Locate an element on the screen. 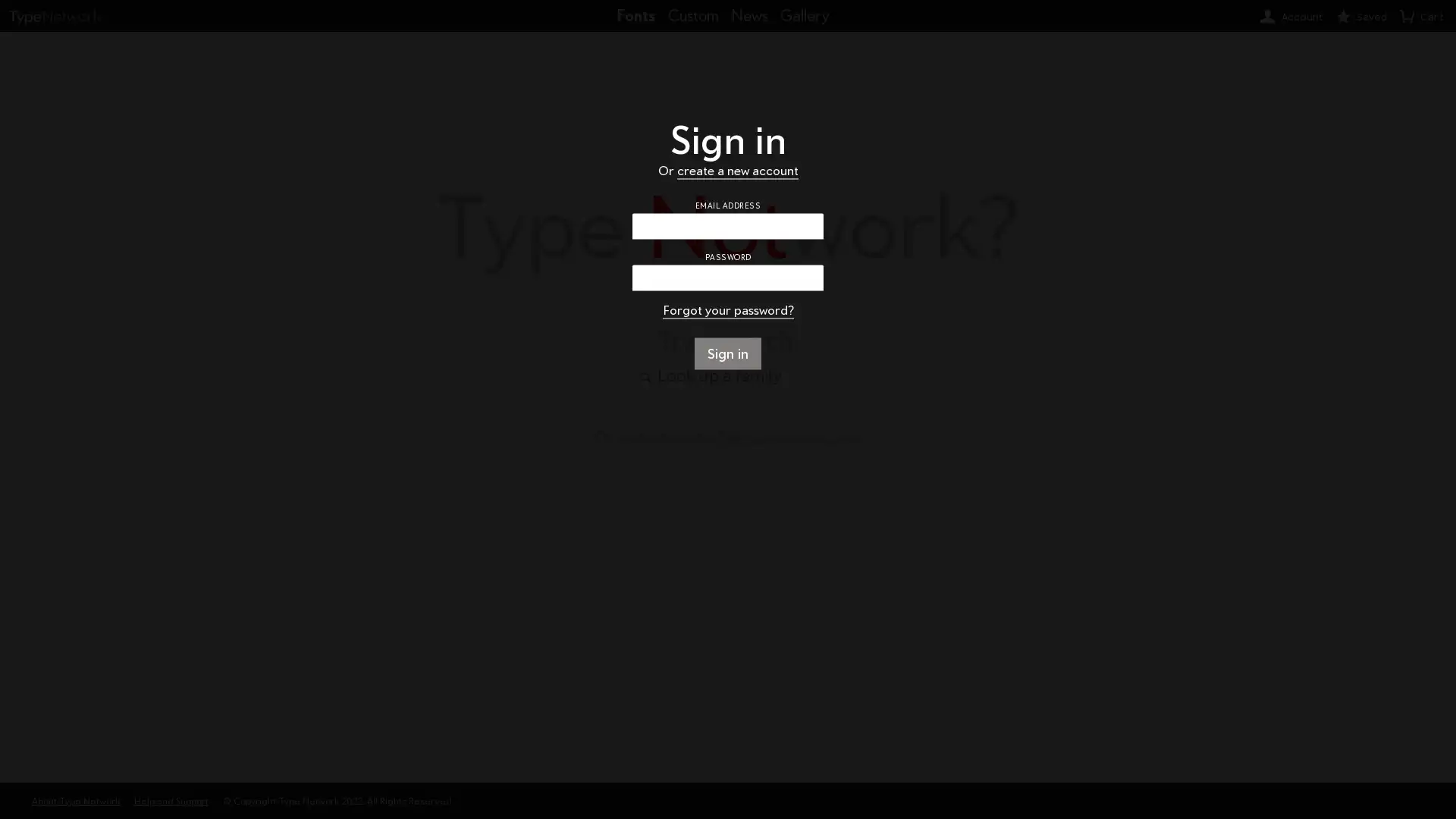 The height and width of the screenshot is (819, 1456). Sign in is located at coordinates (726, 353).